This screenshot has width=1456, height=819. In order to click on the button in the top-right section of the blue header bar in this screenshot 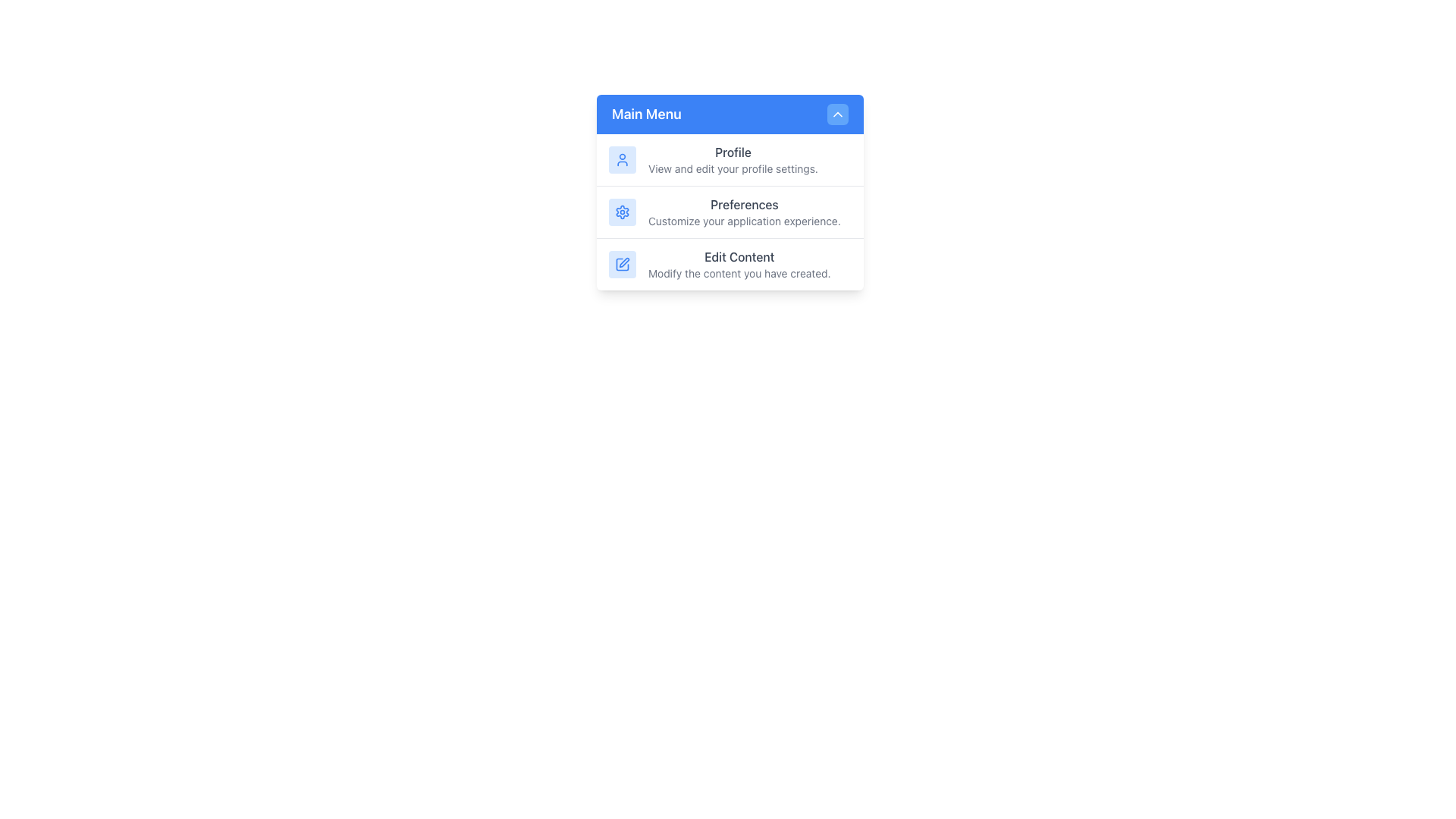, I will do `click(836, 113)`.